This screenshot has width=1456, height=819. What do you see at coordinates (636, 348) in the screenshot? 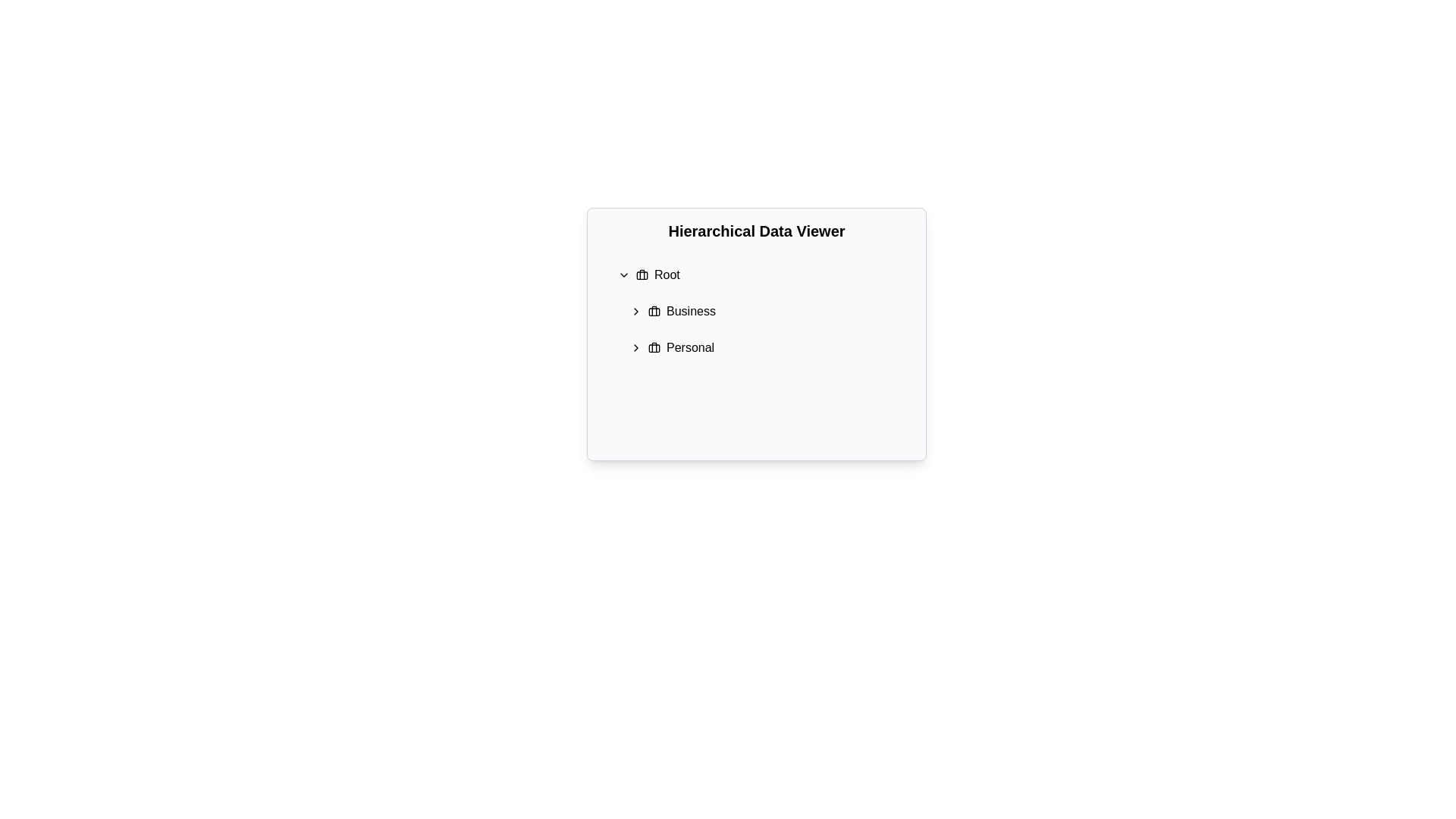
I see `the Chevron Icon` at bounding box center [636, 348].